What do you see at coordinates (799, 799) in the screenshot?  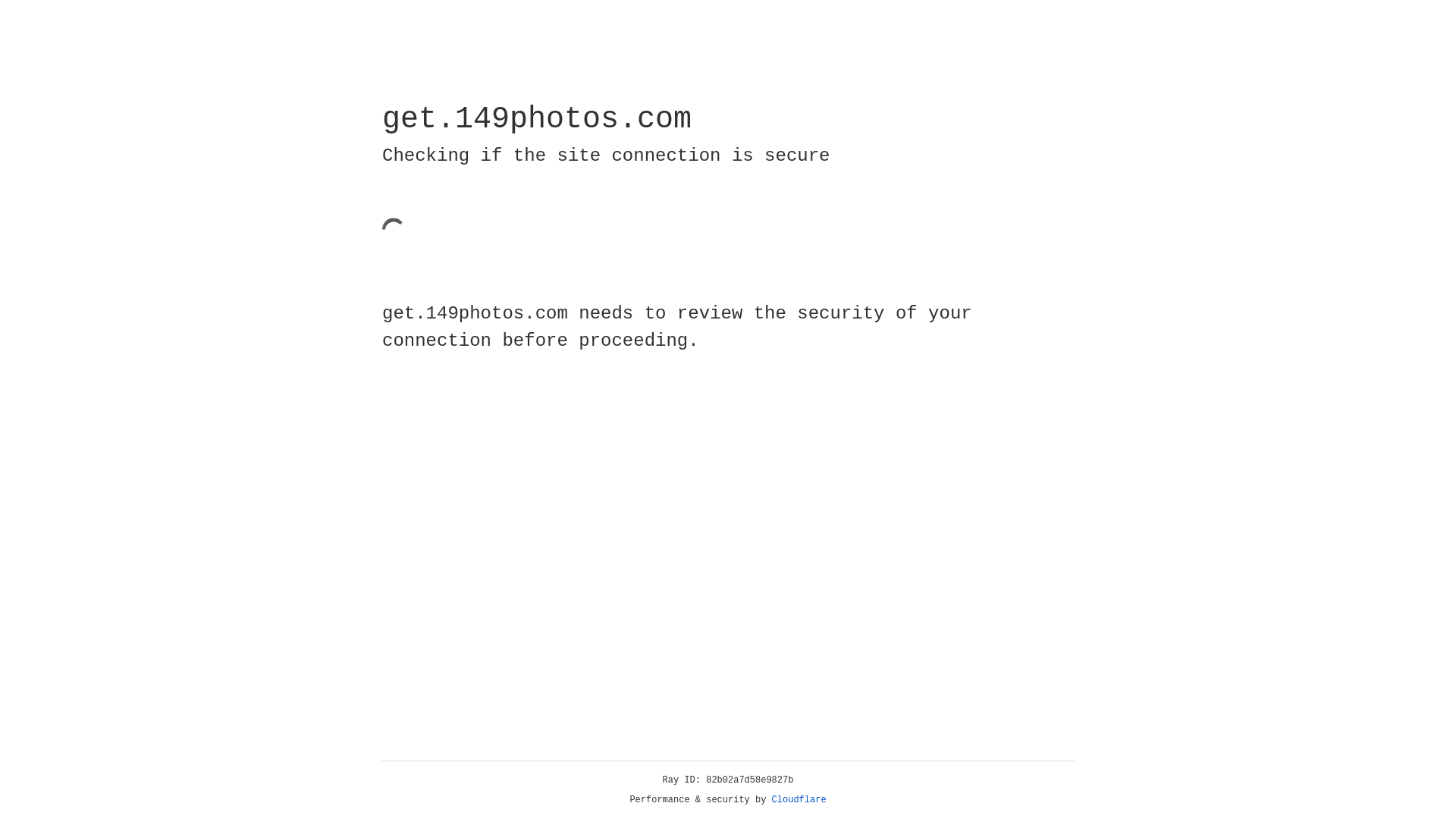 I see `'Cloudflare'` at bounding box center [799, 799].